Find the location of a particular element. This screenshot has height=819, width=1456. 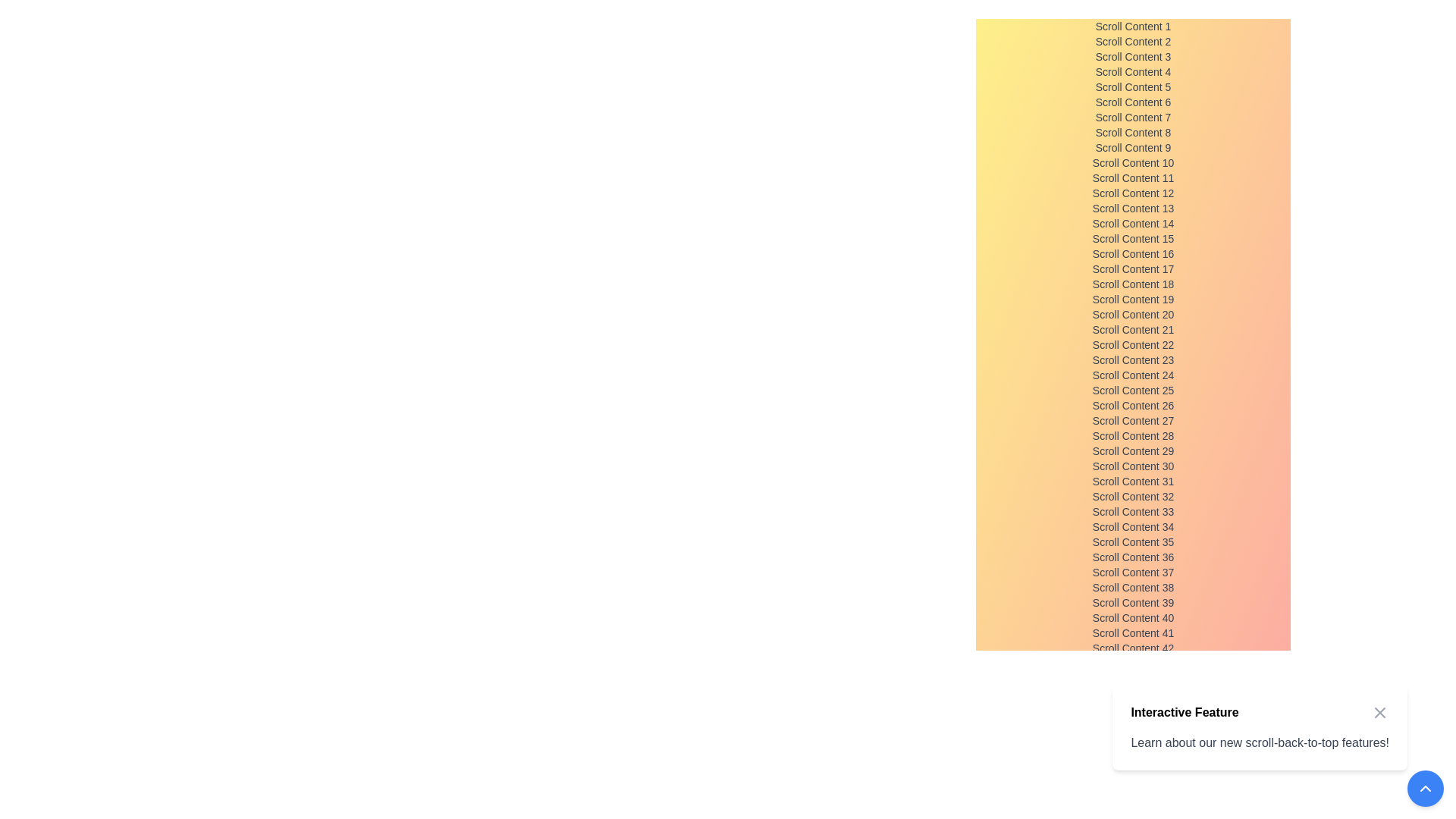

the text entry displaying 'Scroll Content 19', which is styled with gray text and positioned centrally in a vertical list of items is located at coordinates (1133, 299).